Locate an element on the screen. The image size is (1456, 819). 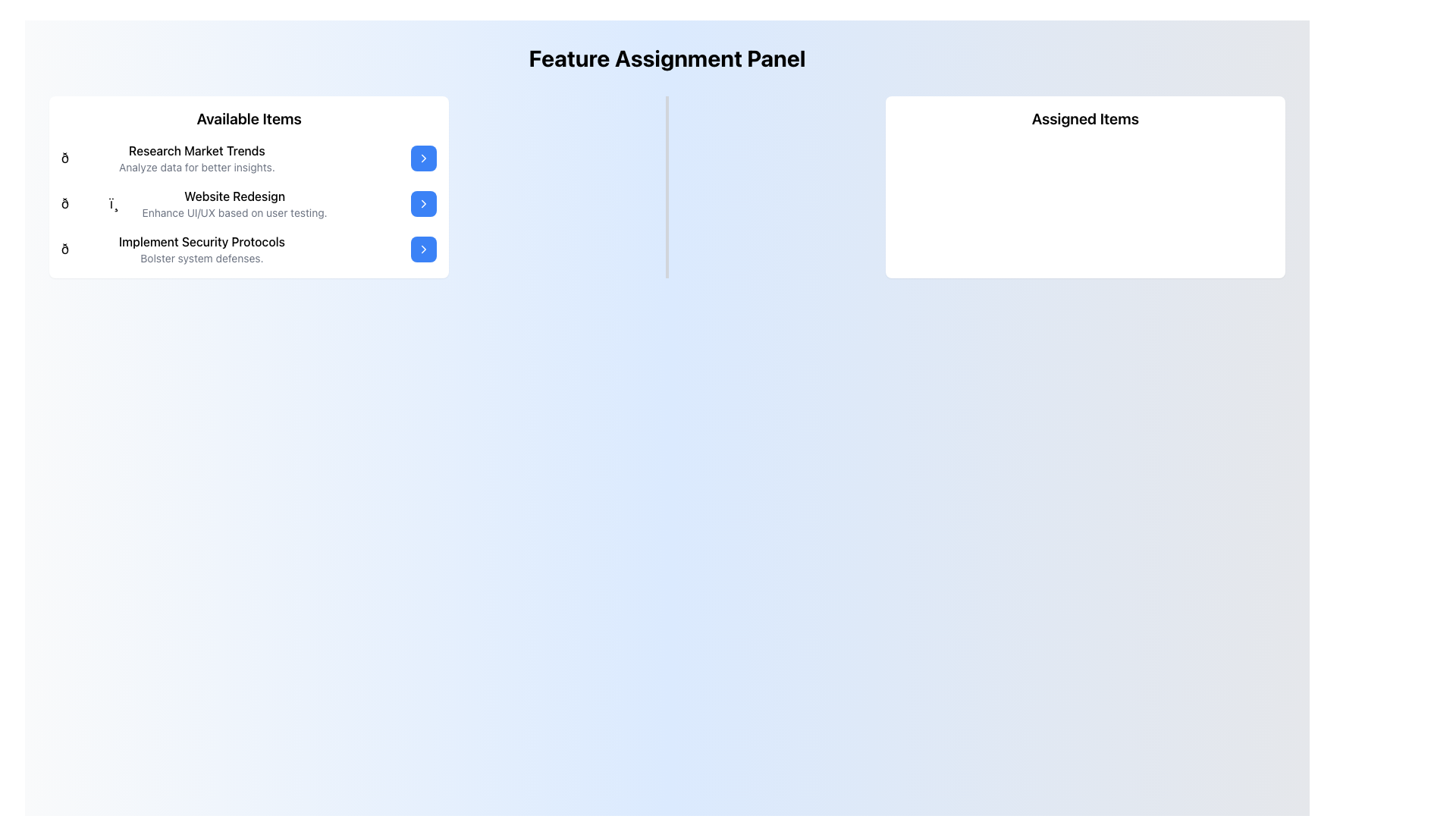
the list item labeled 'Implement Security Protocols' with a padlock icon is located at coordinates (173, 248).